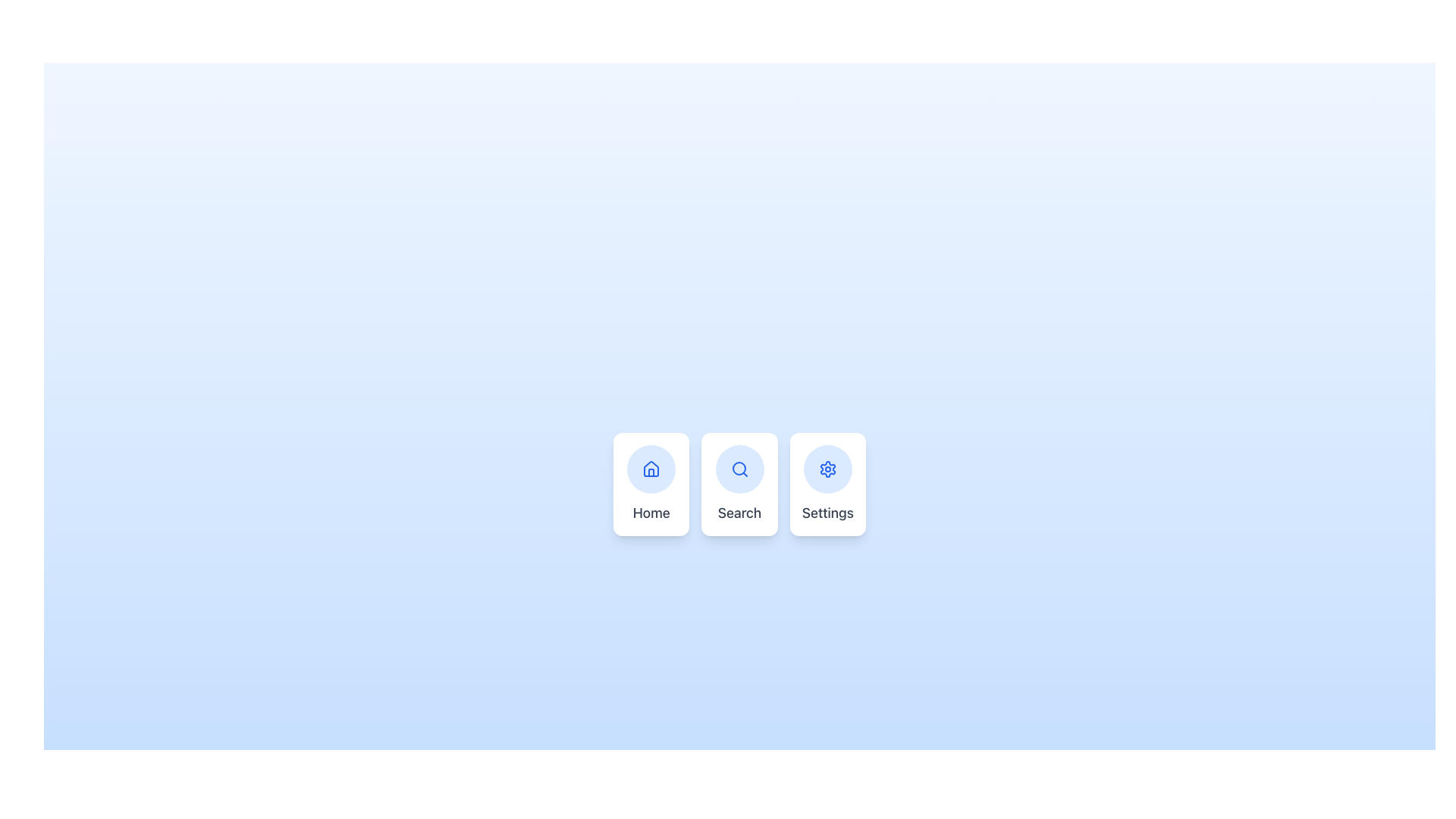 The height and width of the screenshot is (819, 1456). I want to click on the 'Settings' Entry Point Card, which features a blue gear icon on a light blue background and is the third card in a row of three, so click(827, 485).